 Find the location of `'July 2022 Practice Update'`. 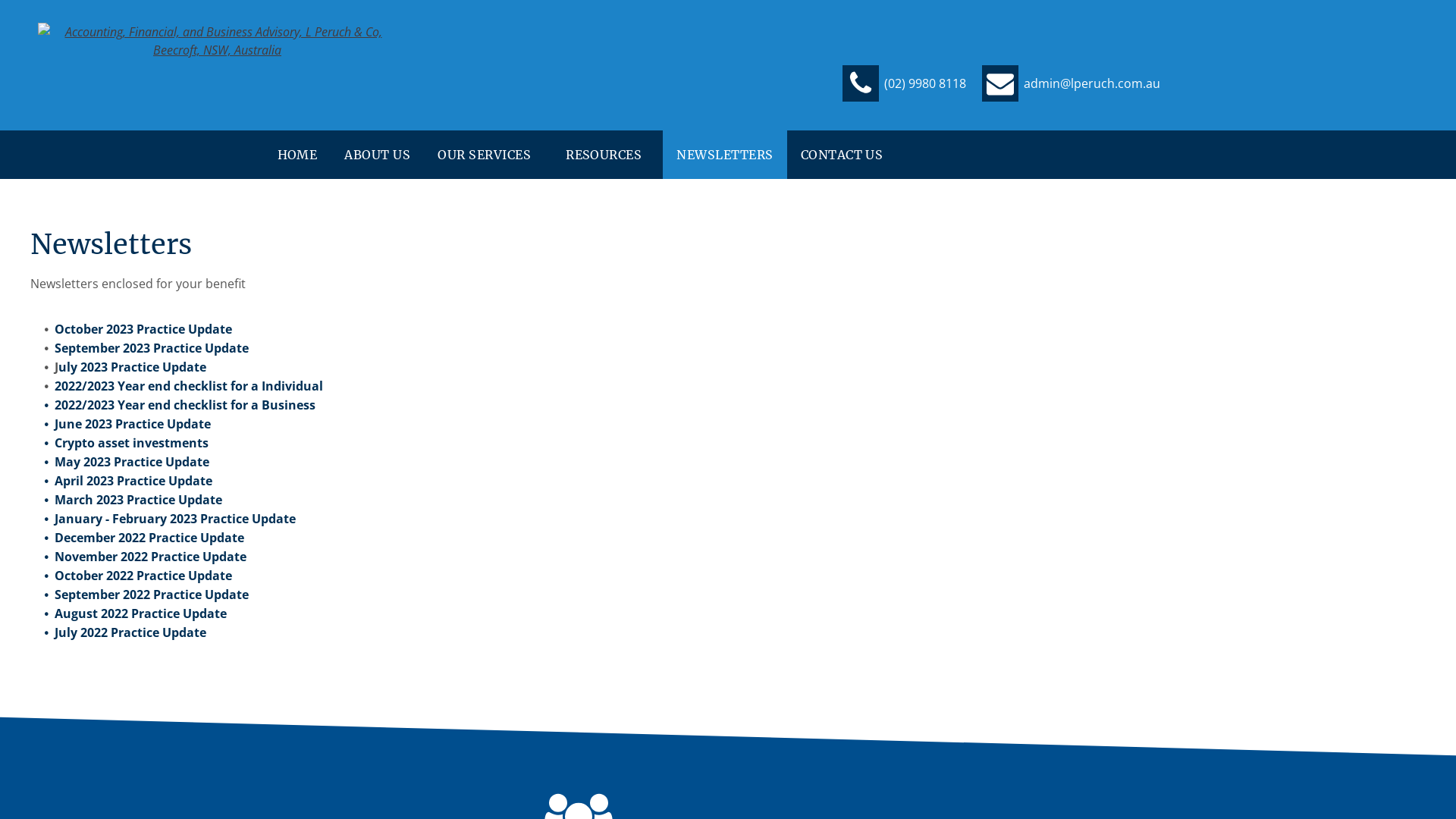

'July 2022 Practice Update' is located at coordinates (130, 632).